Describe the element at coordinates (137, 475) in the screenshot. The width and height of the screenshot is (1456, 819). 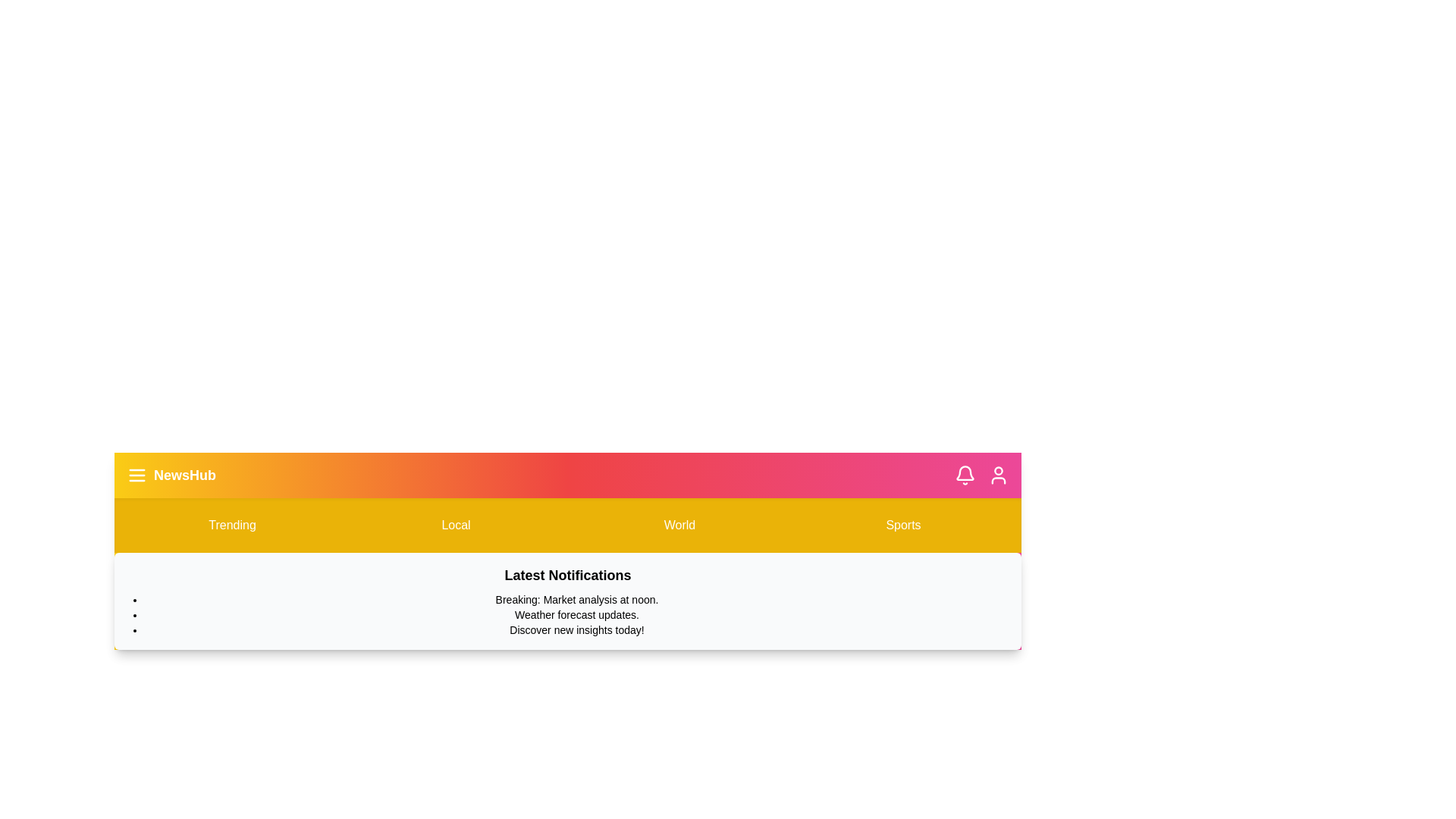
I see `the menu button to toggle the menu visibility` at that location.